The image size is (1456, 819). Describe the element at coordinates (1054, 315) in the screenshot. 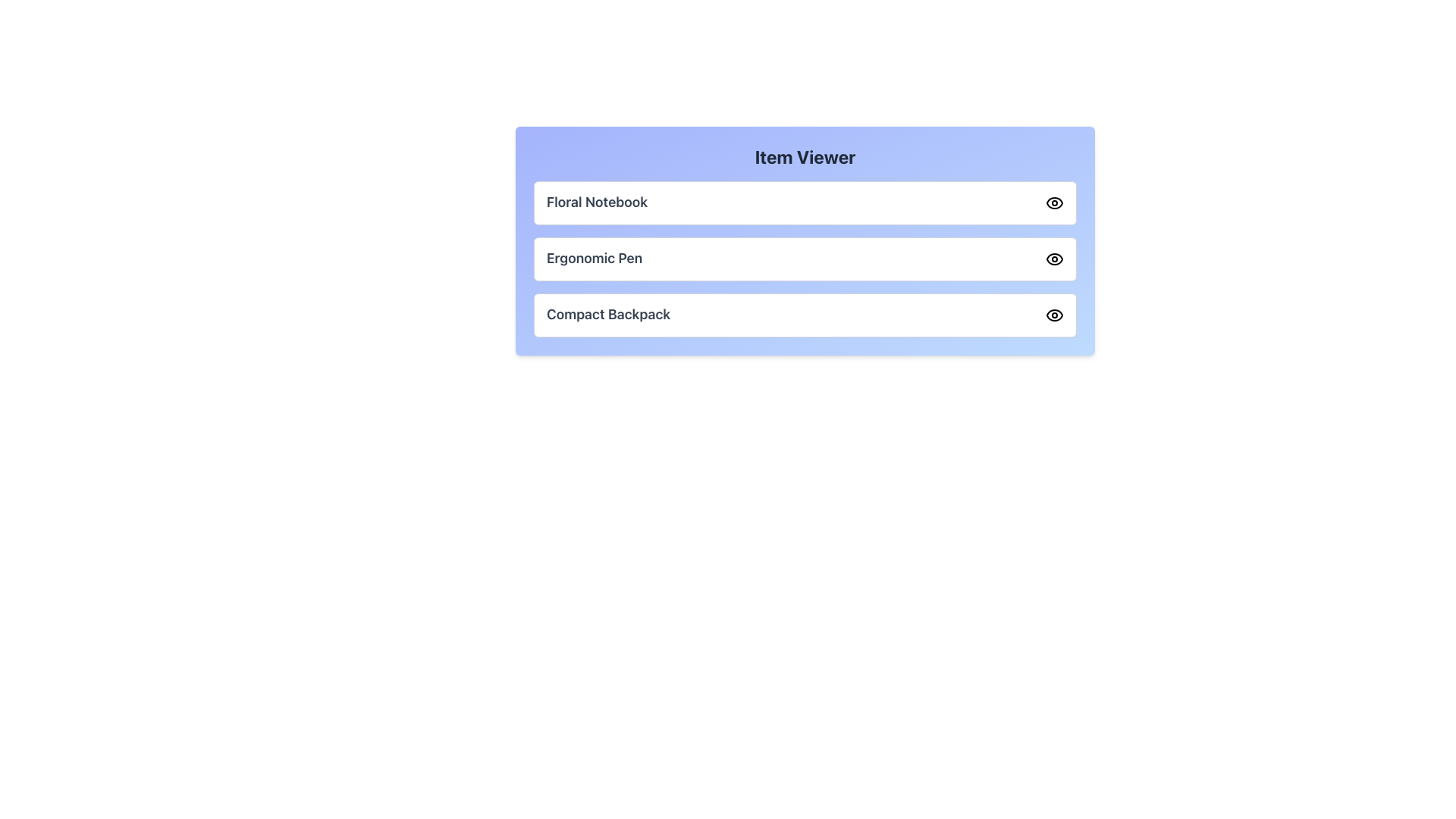

I see `the eye icon for visibility located at the far-right of the 'Compact Backpack' row in the 'Item Viewer' interface` at that location.